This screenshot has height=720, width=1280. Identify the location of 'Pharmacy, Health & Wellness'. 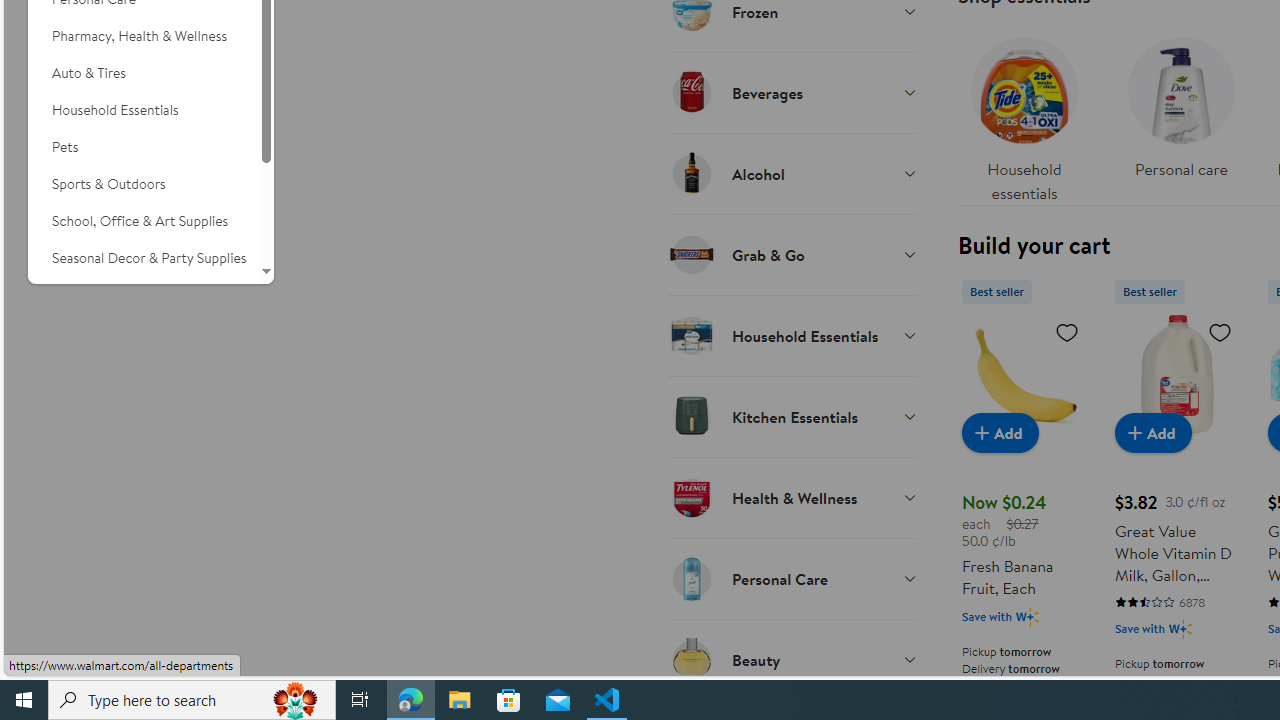
(142, 36).